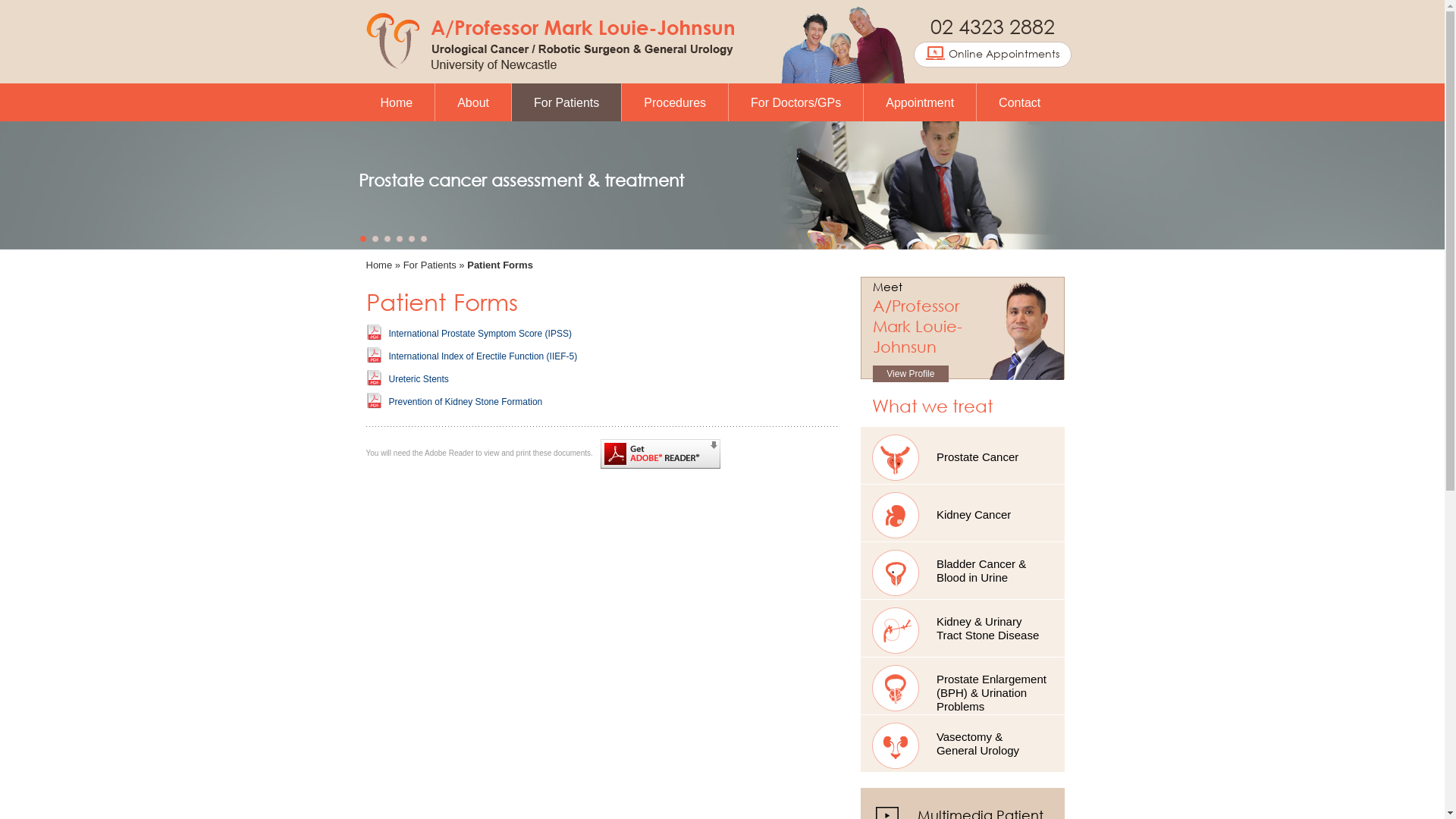 The width and height of the screenshot is (1456, 819). I want to click on 'About', so click(472, 102).